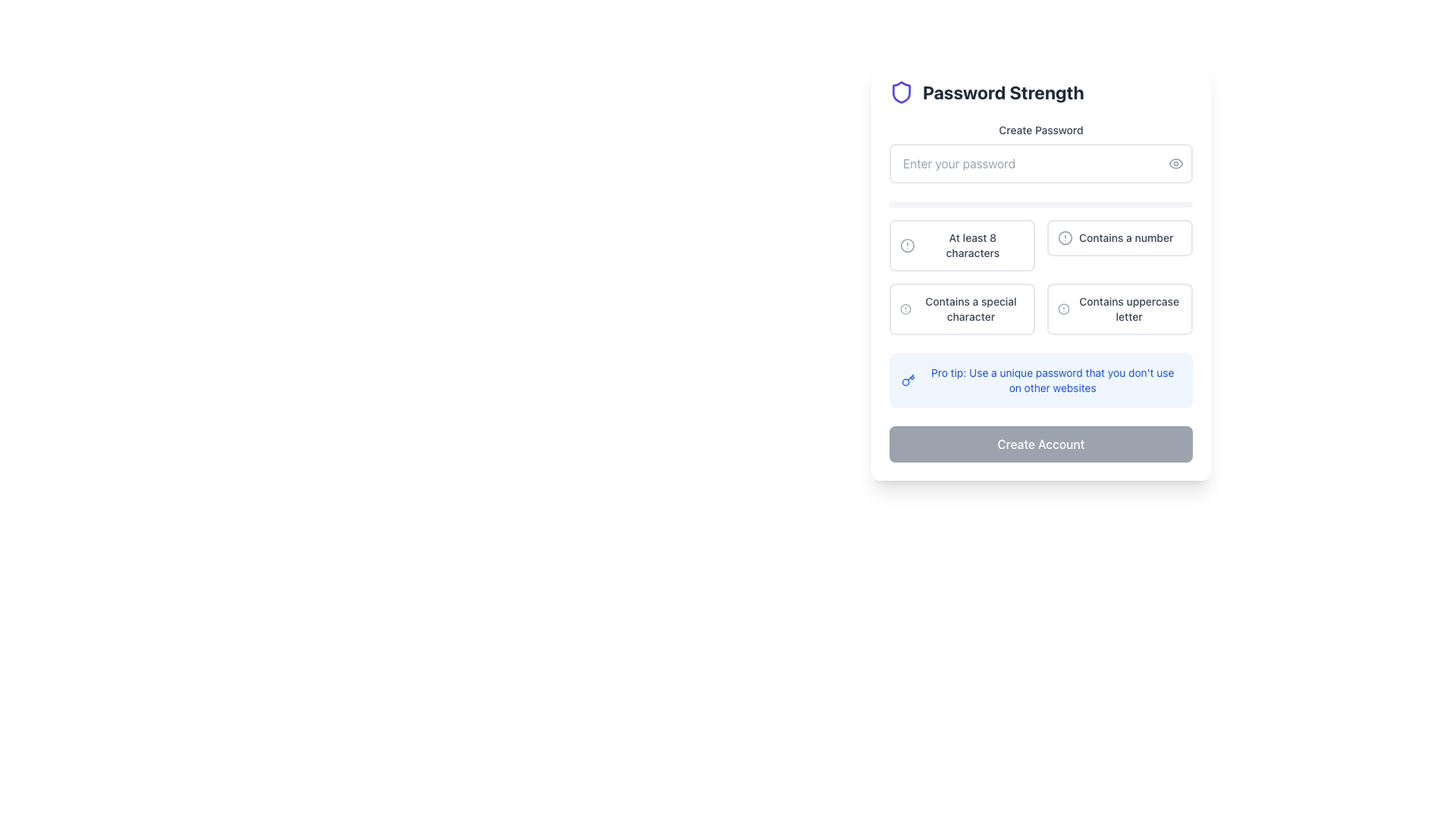  I want to click on the informational text element regarding password strength that checks for the presence of special characters, positioned in the bottom row of the grid layout, so click(961, 309).